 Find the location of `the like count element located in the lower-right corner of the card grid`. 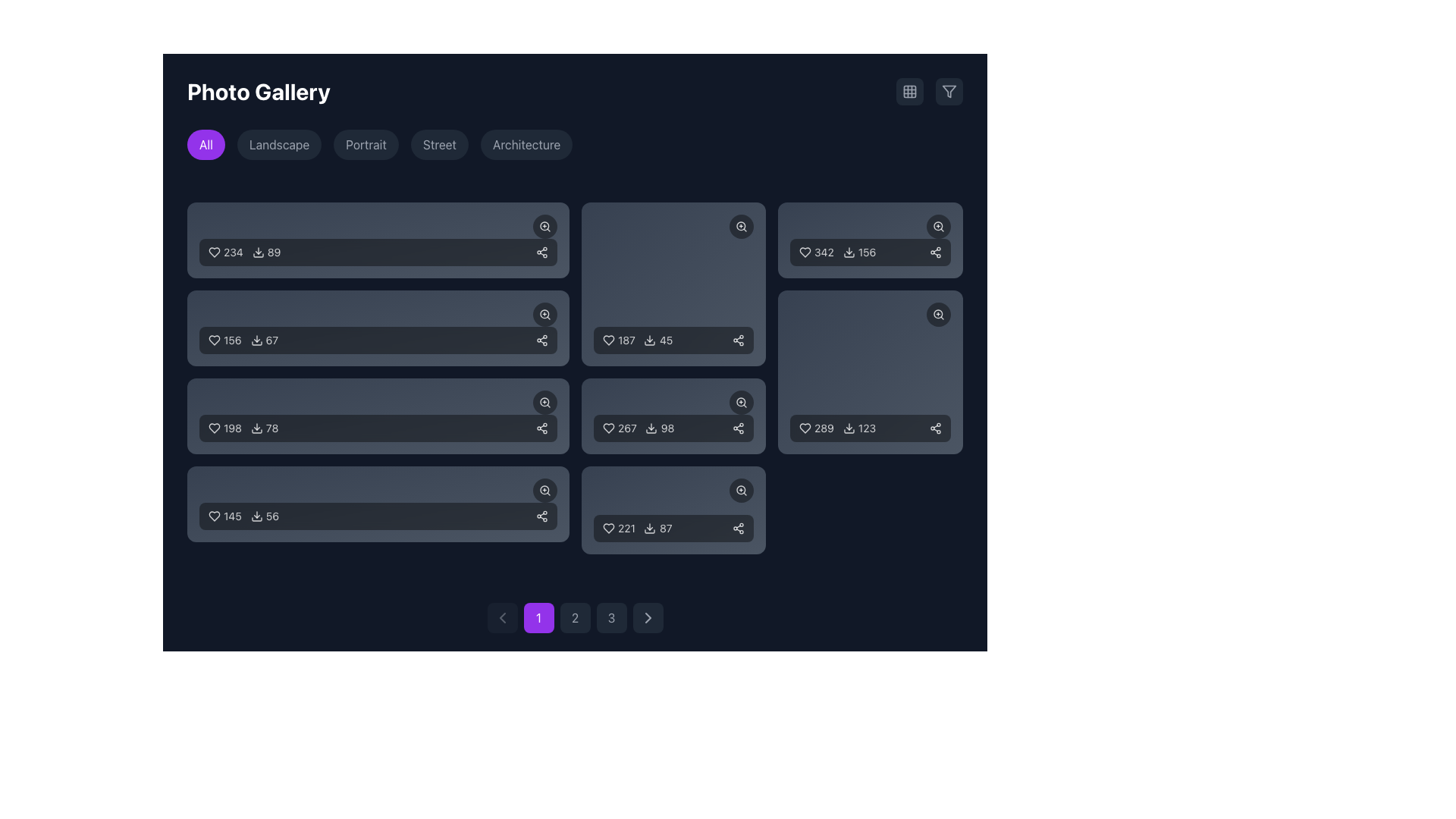

the like count element located in the lower-right corner of the card grid is located at coordinates (619, 528).